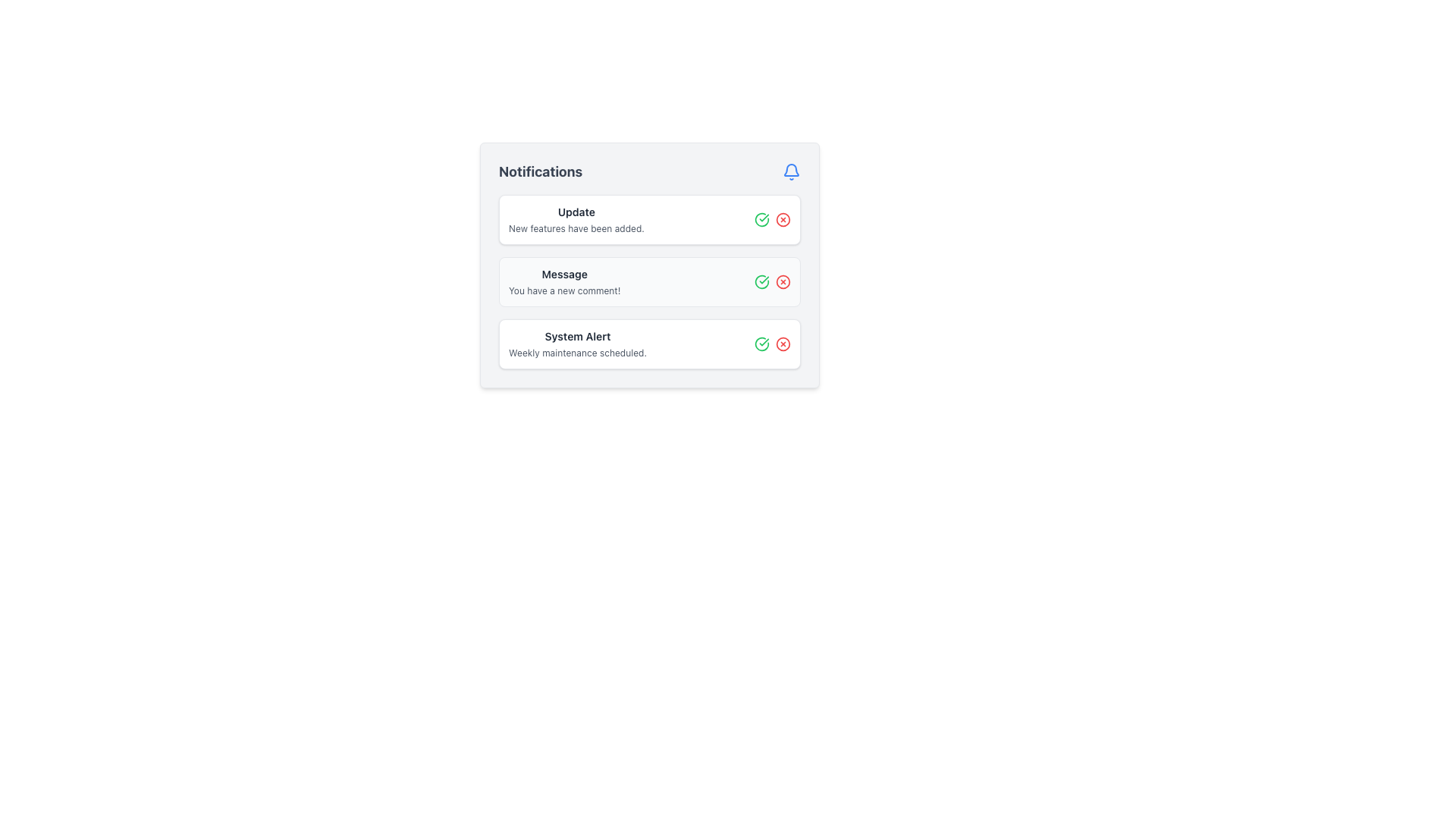 Image resolution: width=1456 pixels, height=819 pixels. I want to click on the notification text element that informs the user about a new comment received, which is the second item in a vertical stack of notifications, so click(563, 281).